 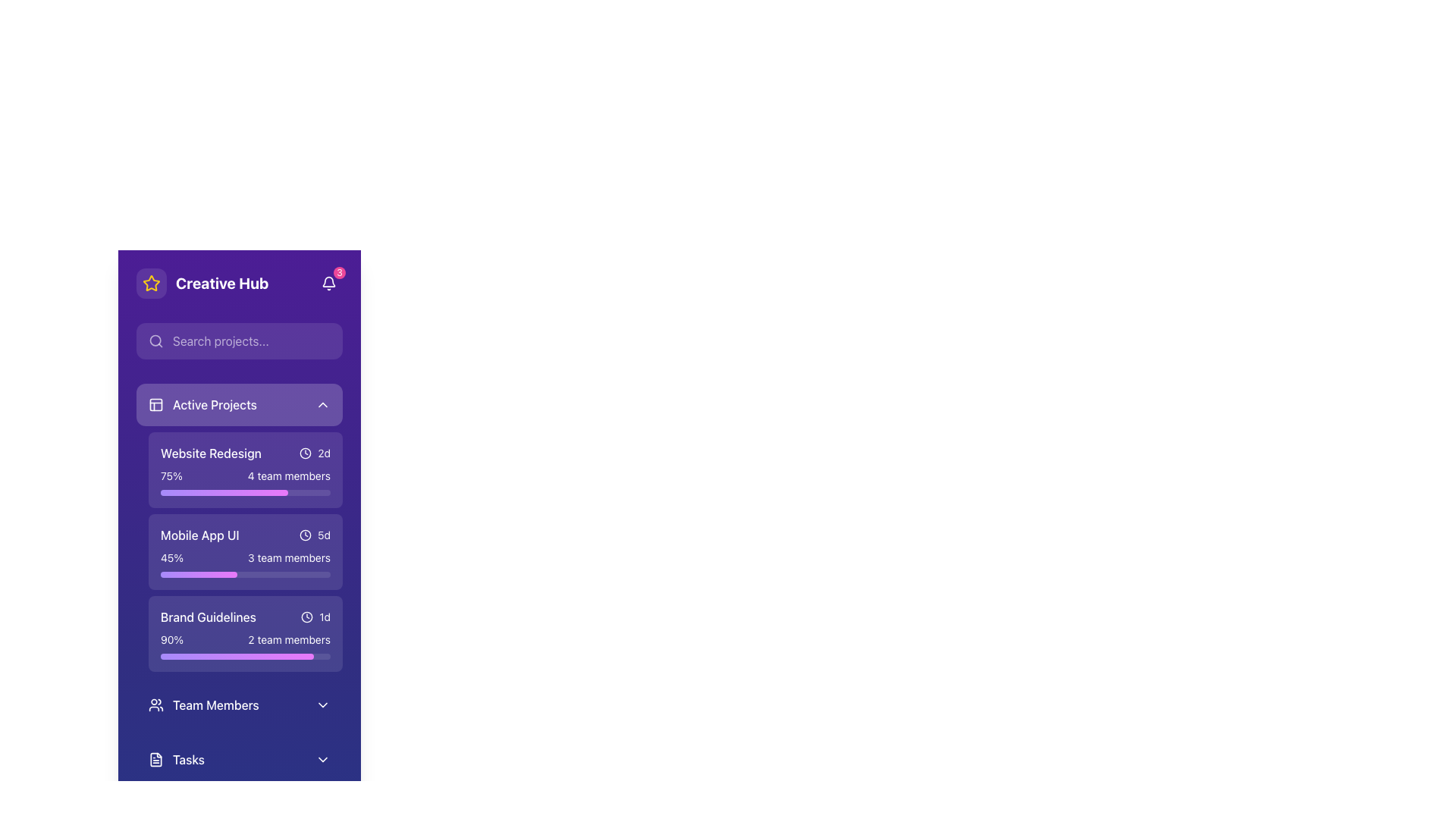 What do you see at coordinates (239, 760) in the screenshot?
I see `the toggle menu item located below the 'Team Members' section` at bounding box center [239, 760].